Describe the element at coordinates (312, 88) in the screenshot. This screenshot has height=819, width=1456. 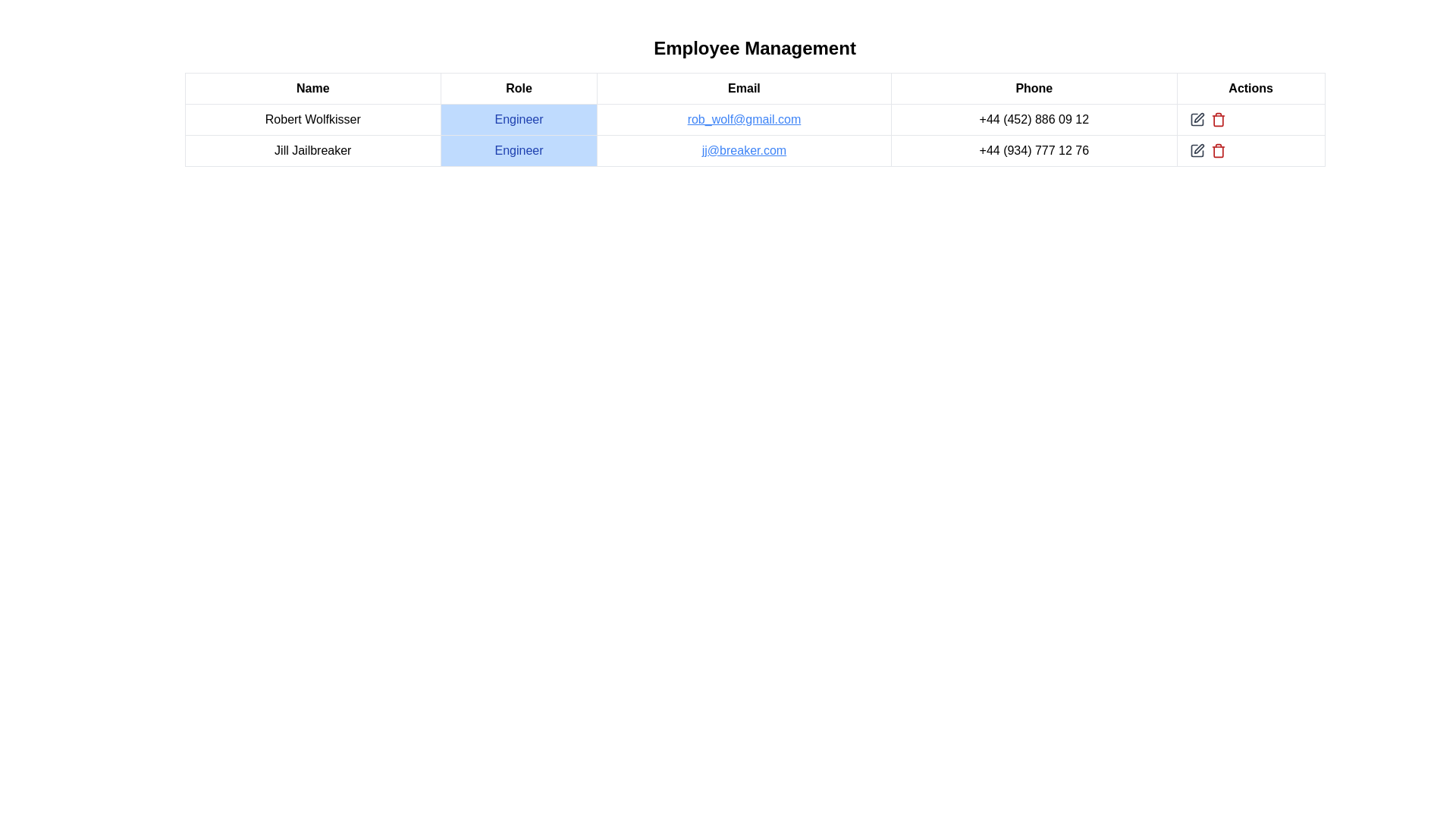
I see `the 'Name' column header in the data table, which is located in the top left quadrant of the grid structure and is the first item in a row of headers` at that location.